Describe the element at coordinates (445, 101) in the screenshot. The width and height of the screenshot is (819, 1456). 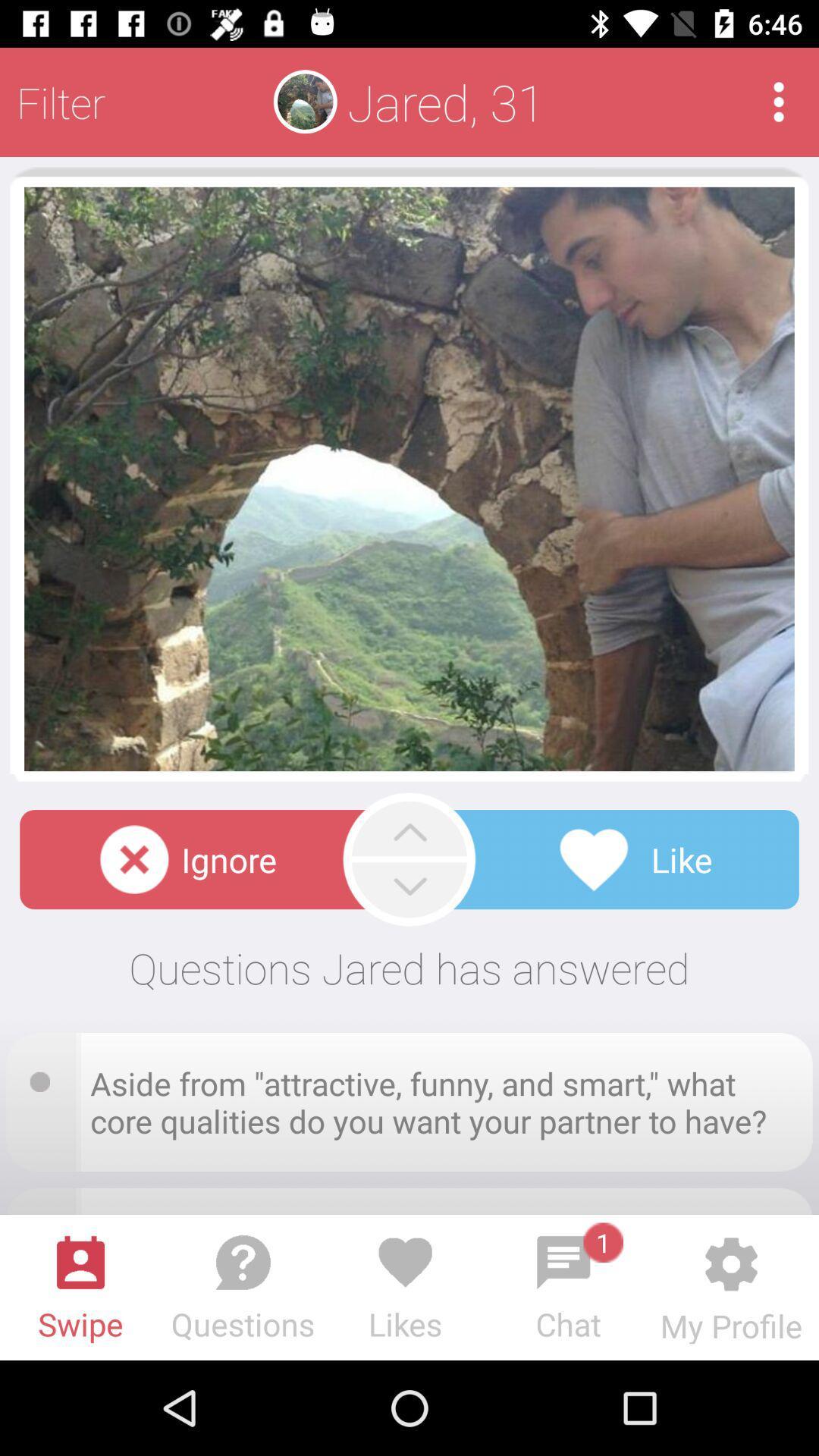
I see `the jared, 31` at that location.